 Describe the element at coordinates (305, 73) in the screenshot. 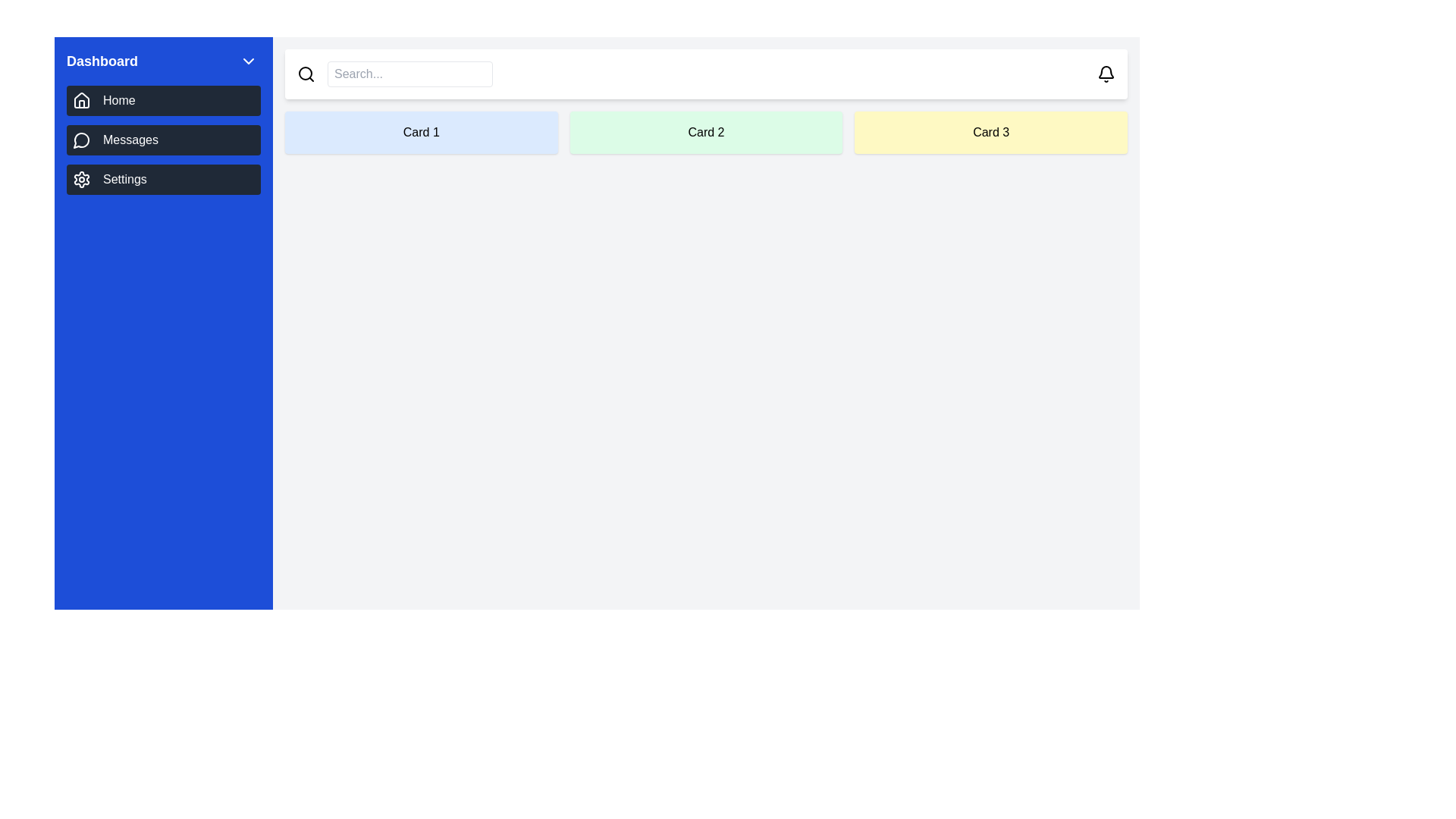

I see `the circular part of the search icon located in the top navigation bar, which represents the lens of the magnifying glass` at that location.